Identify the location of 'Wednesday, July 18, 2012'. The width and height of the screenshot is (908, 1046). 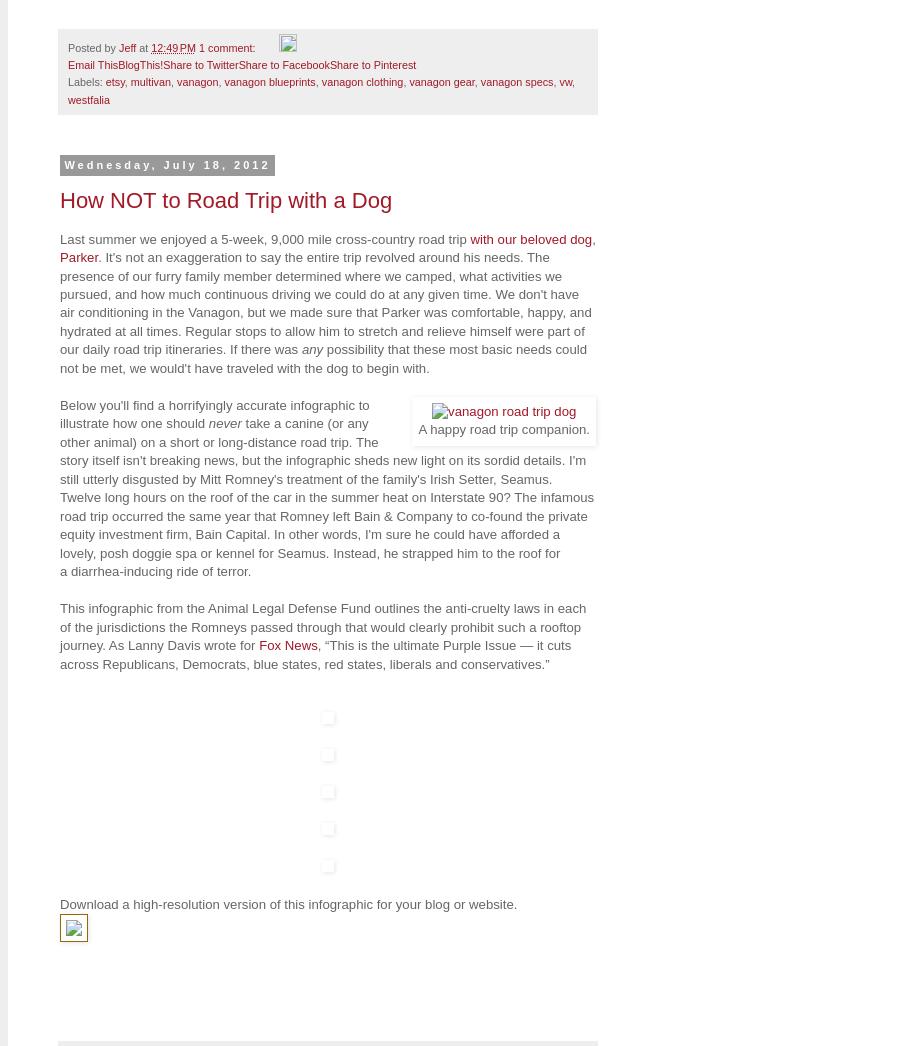
(165, 164).